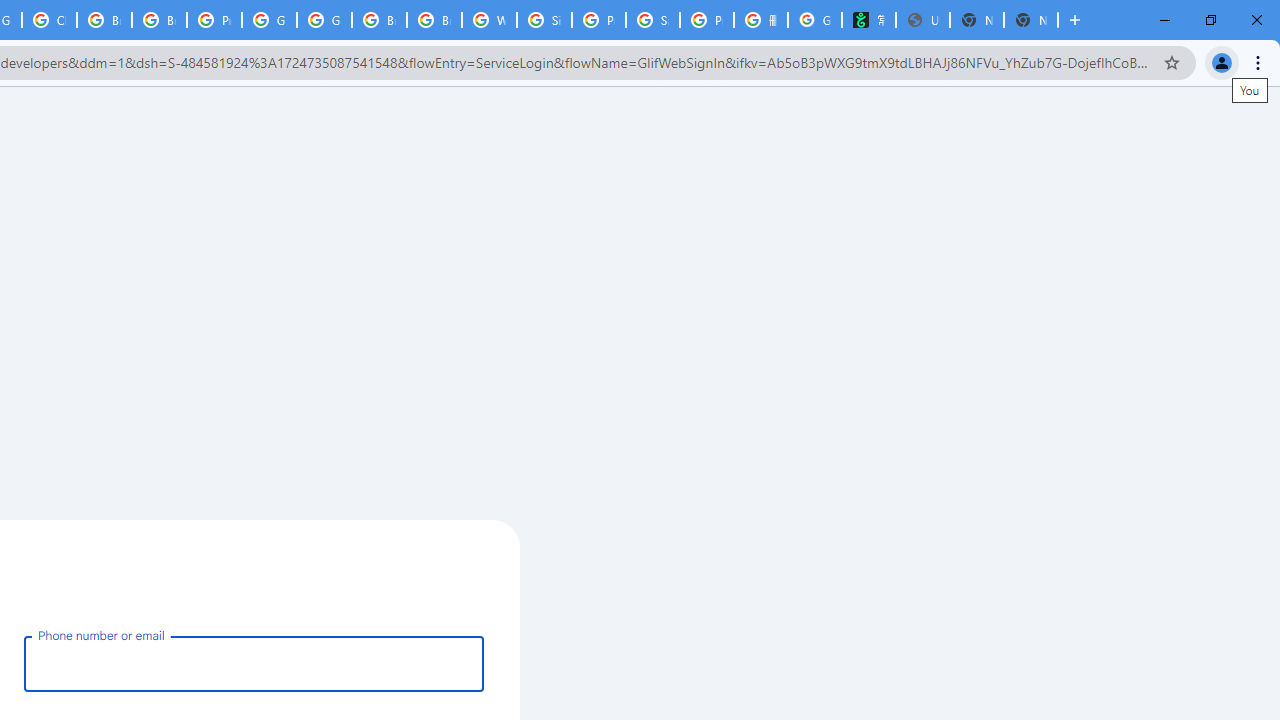 This screenshot has width=1280, height=720. I want to click on 'New Tab', so click(1074, 20).